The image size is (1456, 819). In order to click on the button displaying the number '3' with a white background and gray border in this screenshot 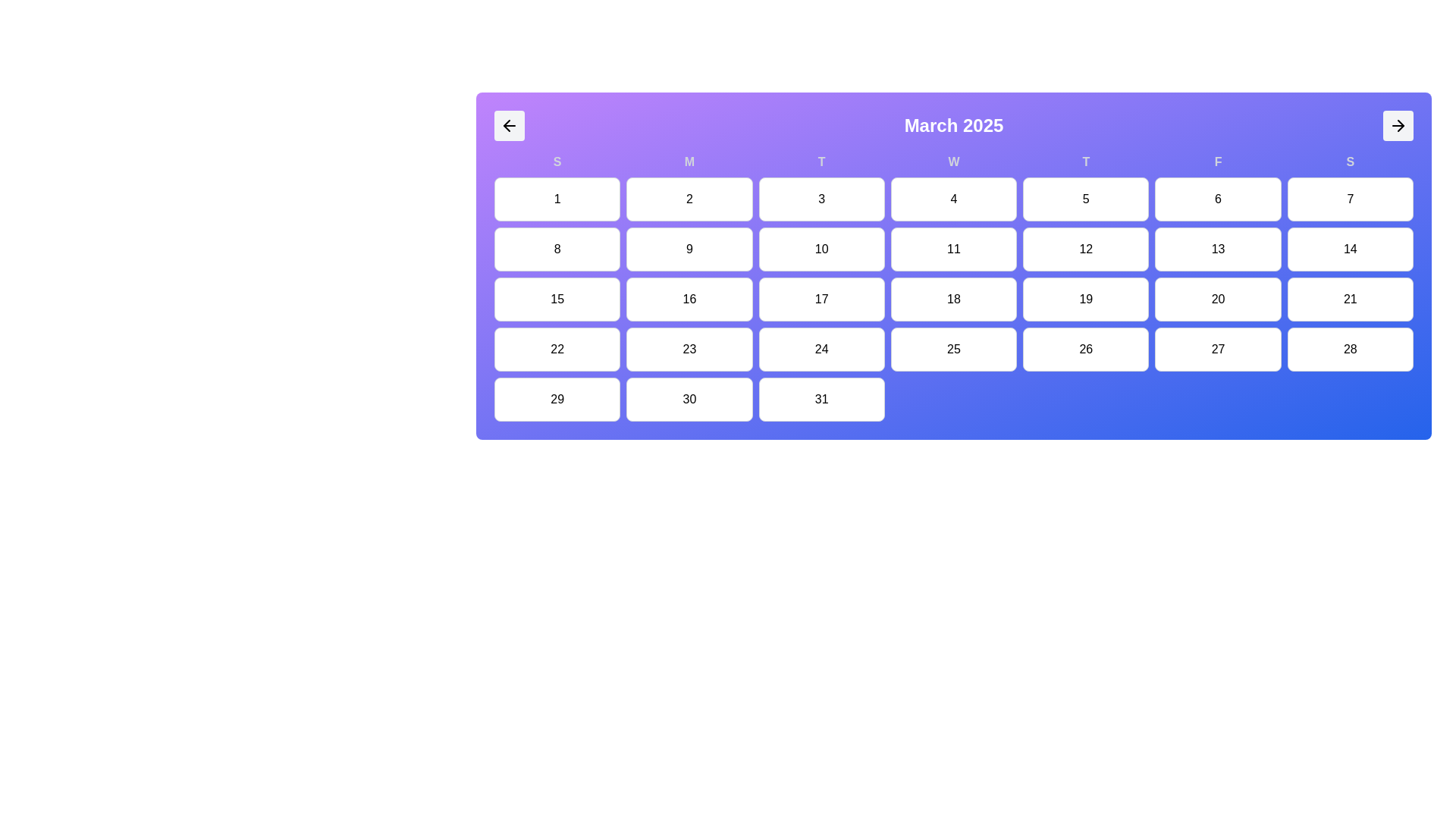, I will do `click(821, 198)`.